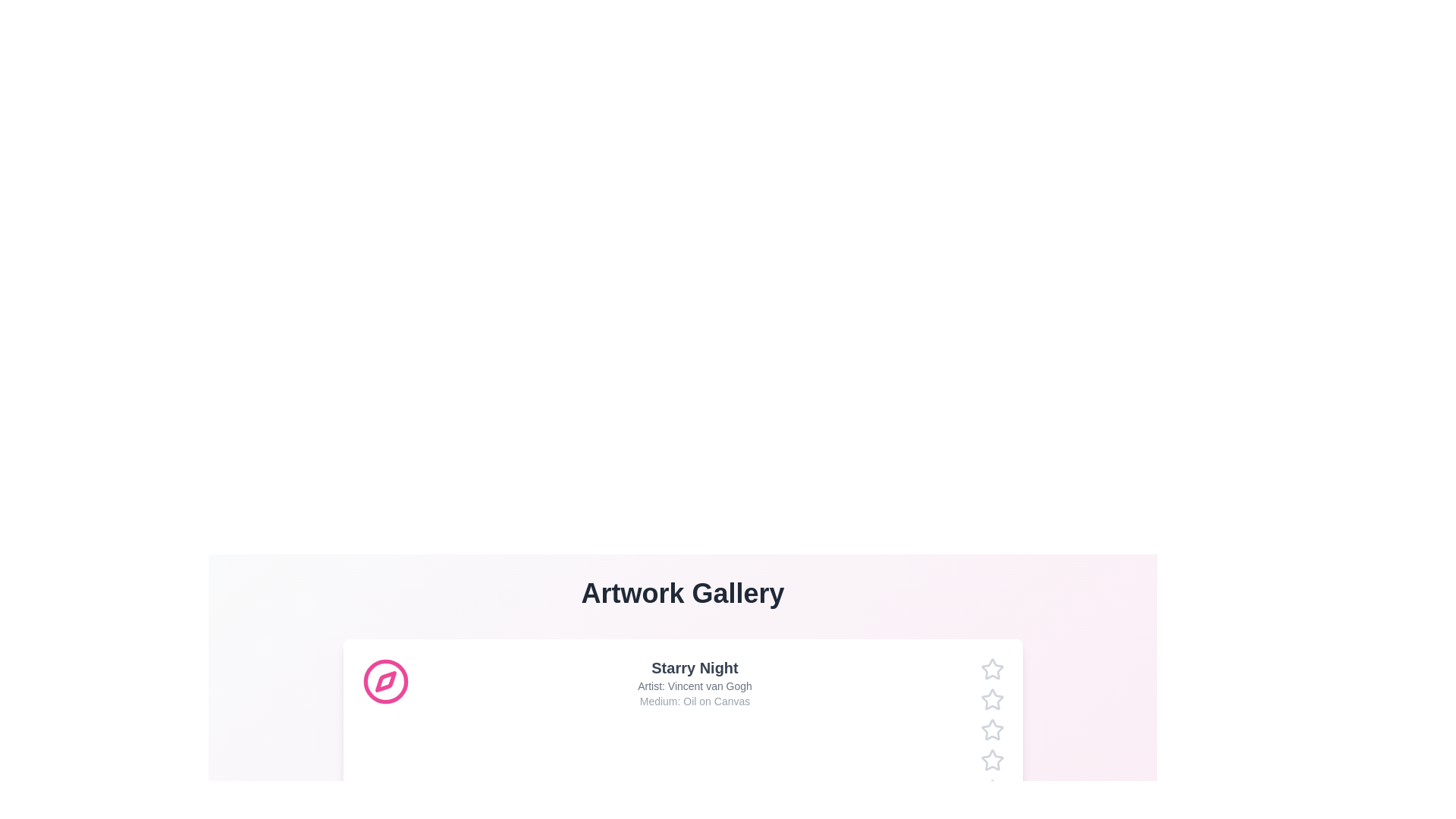 The width and height of the screenshot is (1456, 819). What do you see at coordinates (980, 760) in the screenshot?
I see `the rating for the artwork 'Starry Night' to 4 stars` at bounding box center [980, 760].